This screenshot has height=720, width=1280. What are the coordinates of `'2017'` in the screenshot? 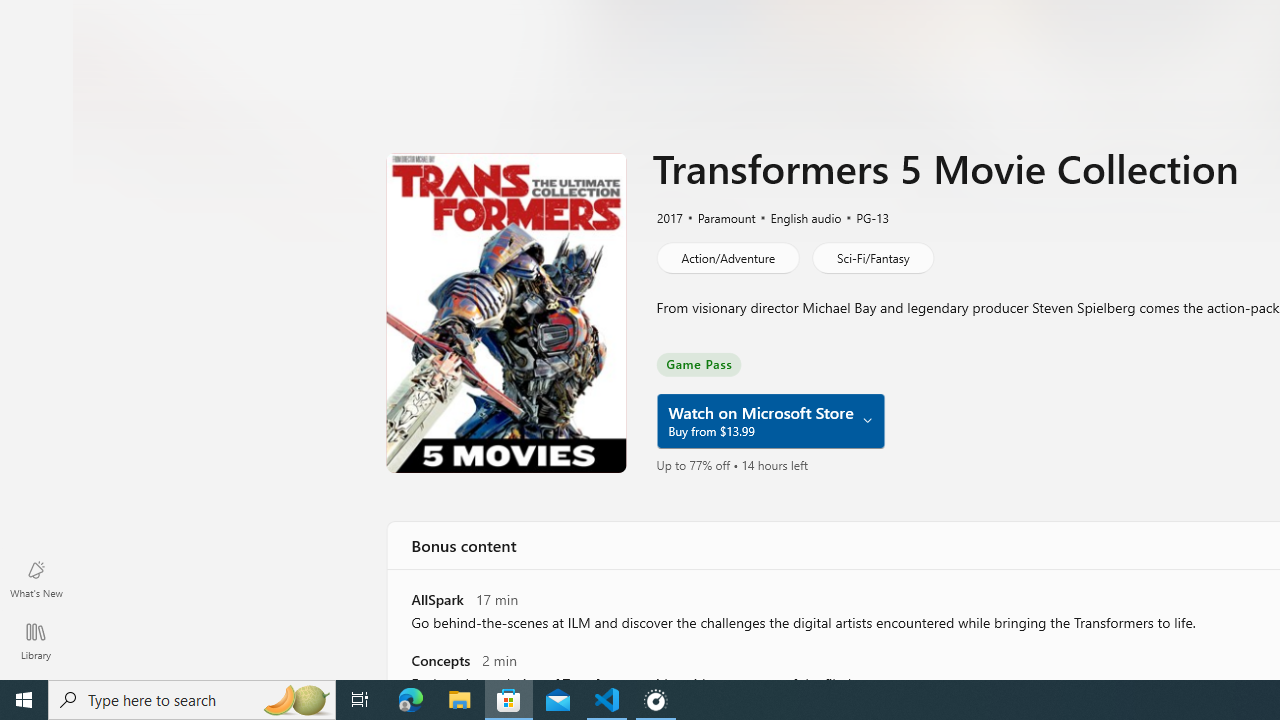 It's located at (668, 217).